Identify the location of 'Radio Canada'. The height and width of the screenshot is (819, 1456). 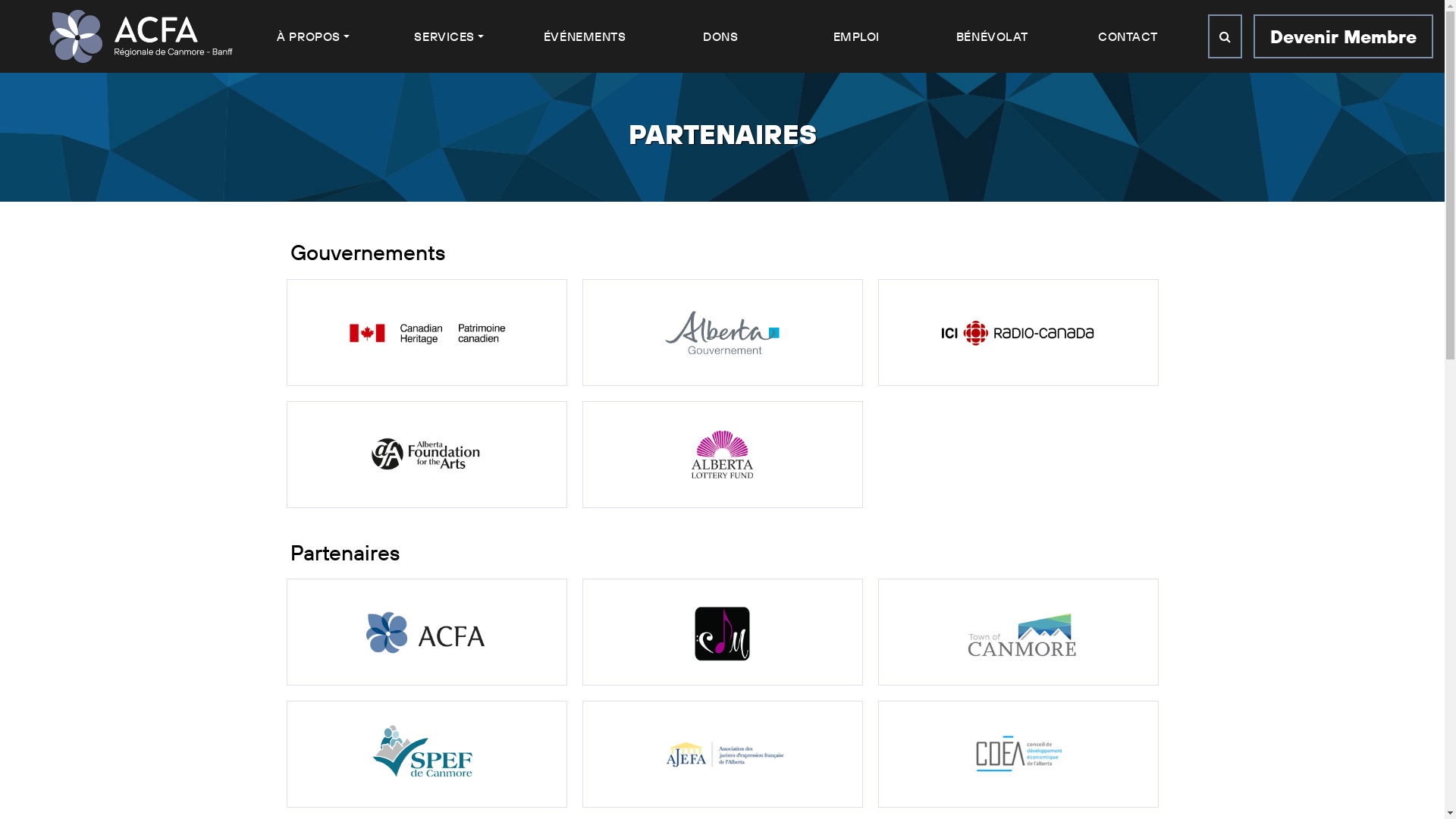
(1018, 329).